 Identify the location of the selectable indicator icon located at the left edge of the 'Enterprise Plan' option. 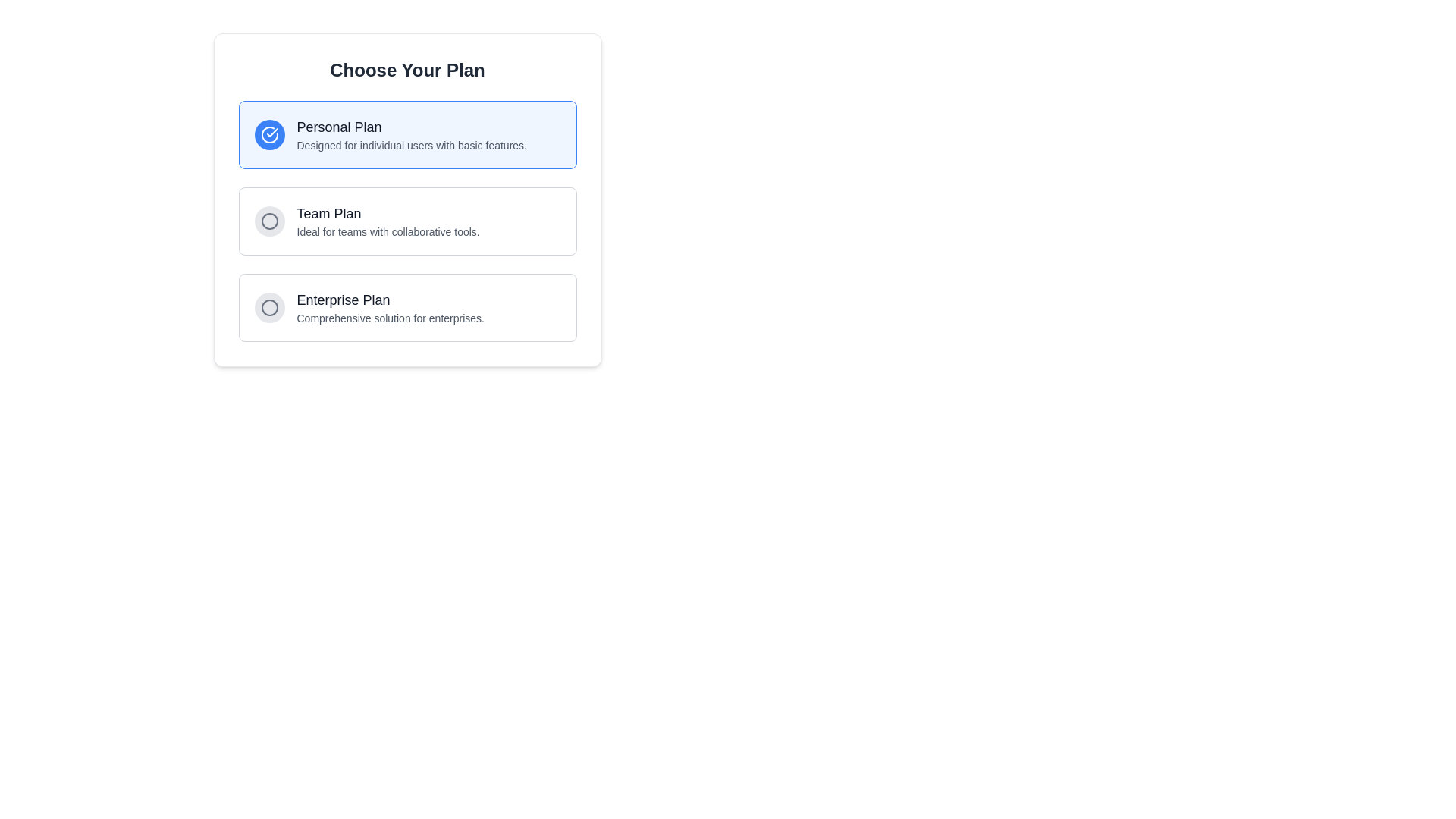
(269, 307).